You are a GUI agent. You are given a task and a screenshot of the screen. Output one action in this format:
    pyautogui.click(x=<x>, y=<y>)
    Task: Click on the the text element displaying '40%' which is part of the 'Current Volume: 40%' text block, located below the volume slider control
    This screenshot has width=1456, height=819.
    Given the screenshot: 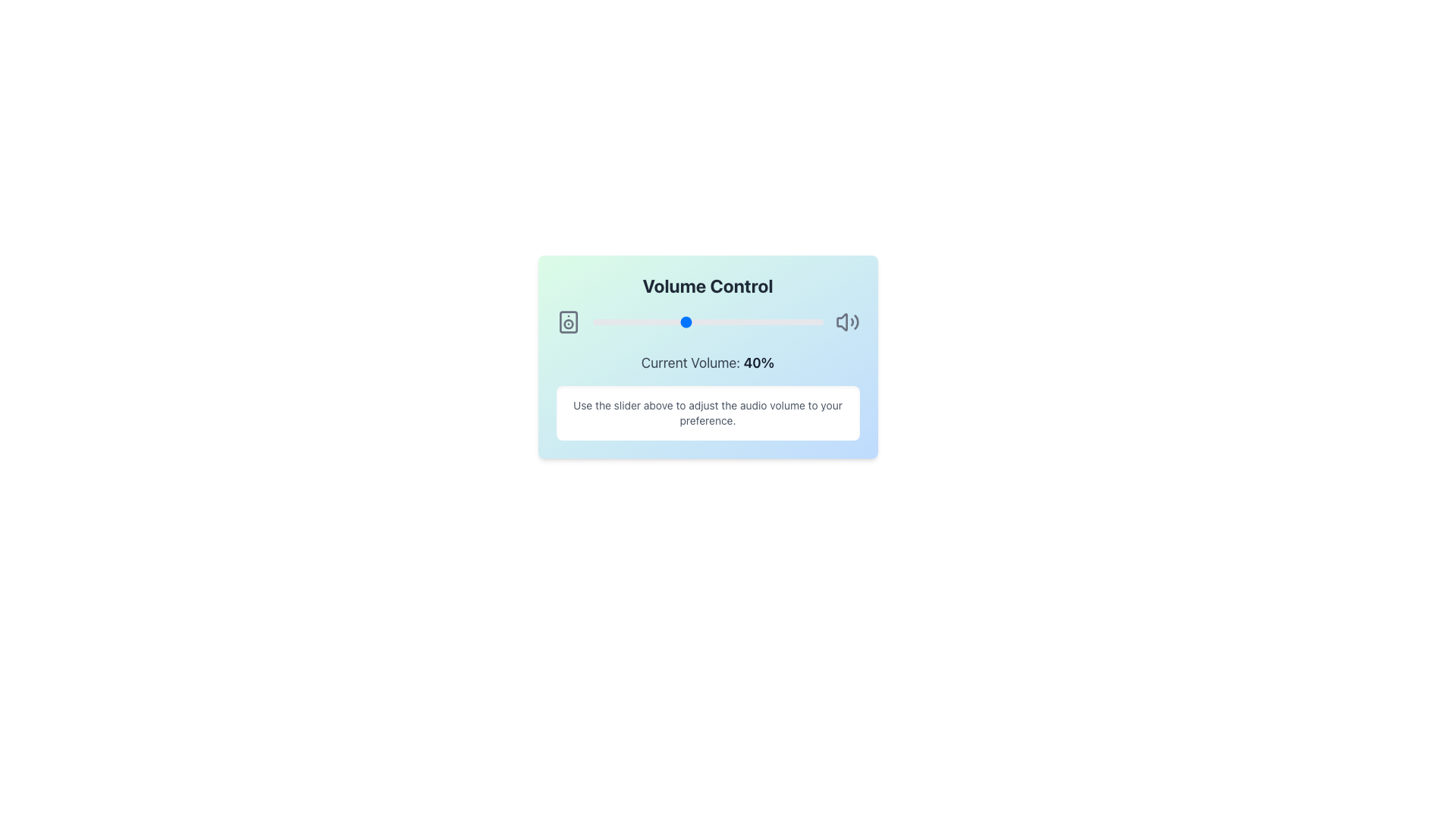 What is the action you would take?
    pyautogui.click(x=758, y=362)
    